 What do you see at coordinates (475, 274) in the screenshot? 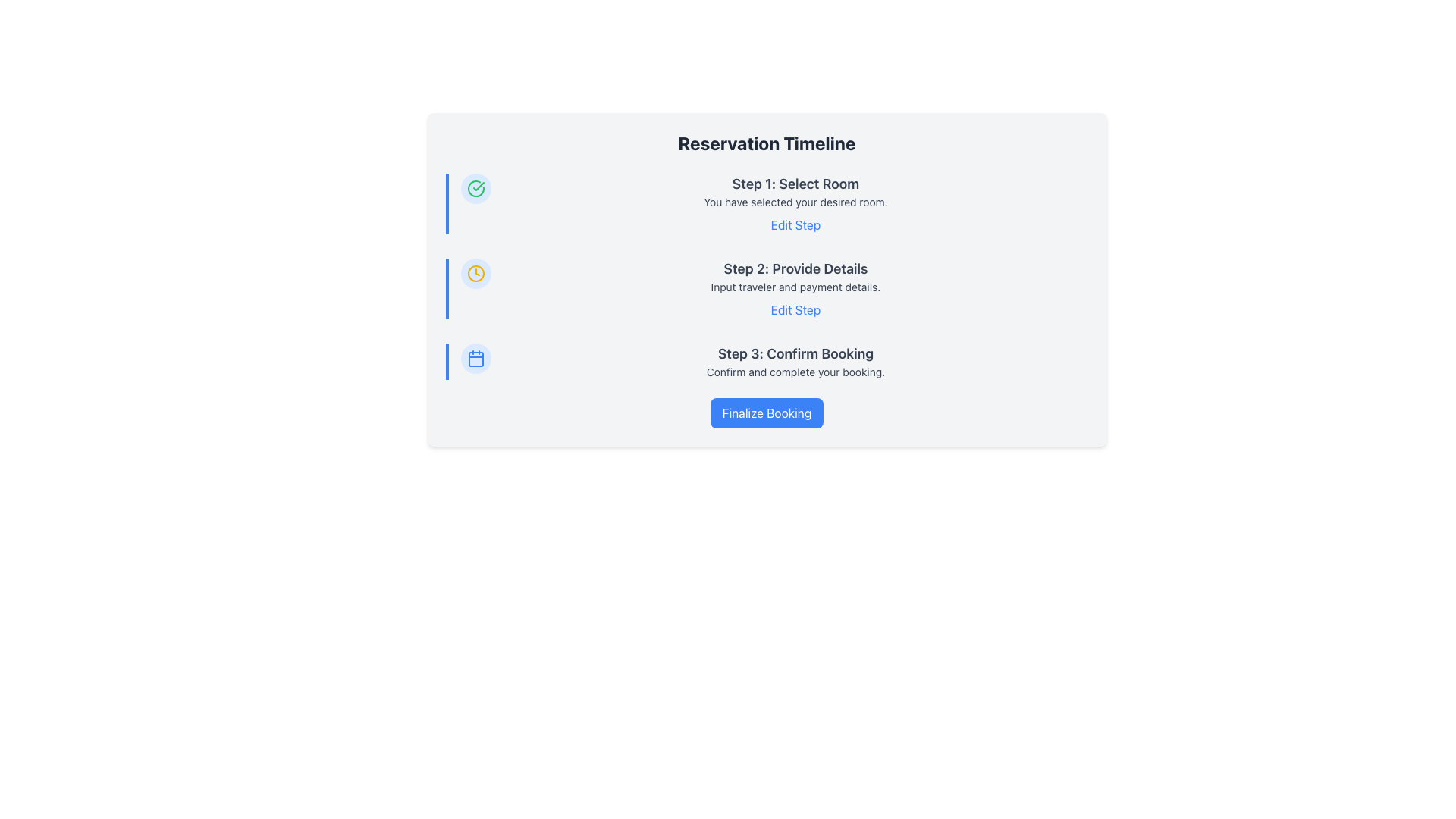
I see `the central circle of the clock icon located to the left of the 'Step 2: Provide Details' section in the interface` at bounding box center [475, 274].